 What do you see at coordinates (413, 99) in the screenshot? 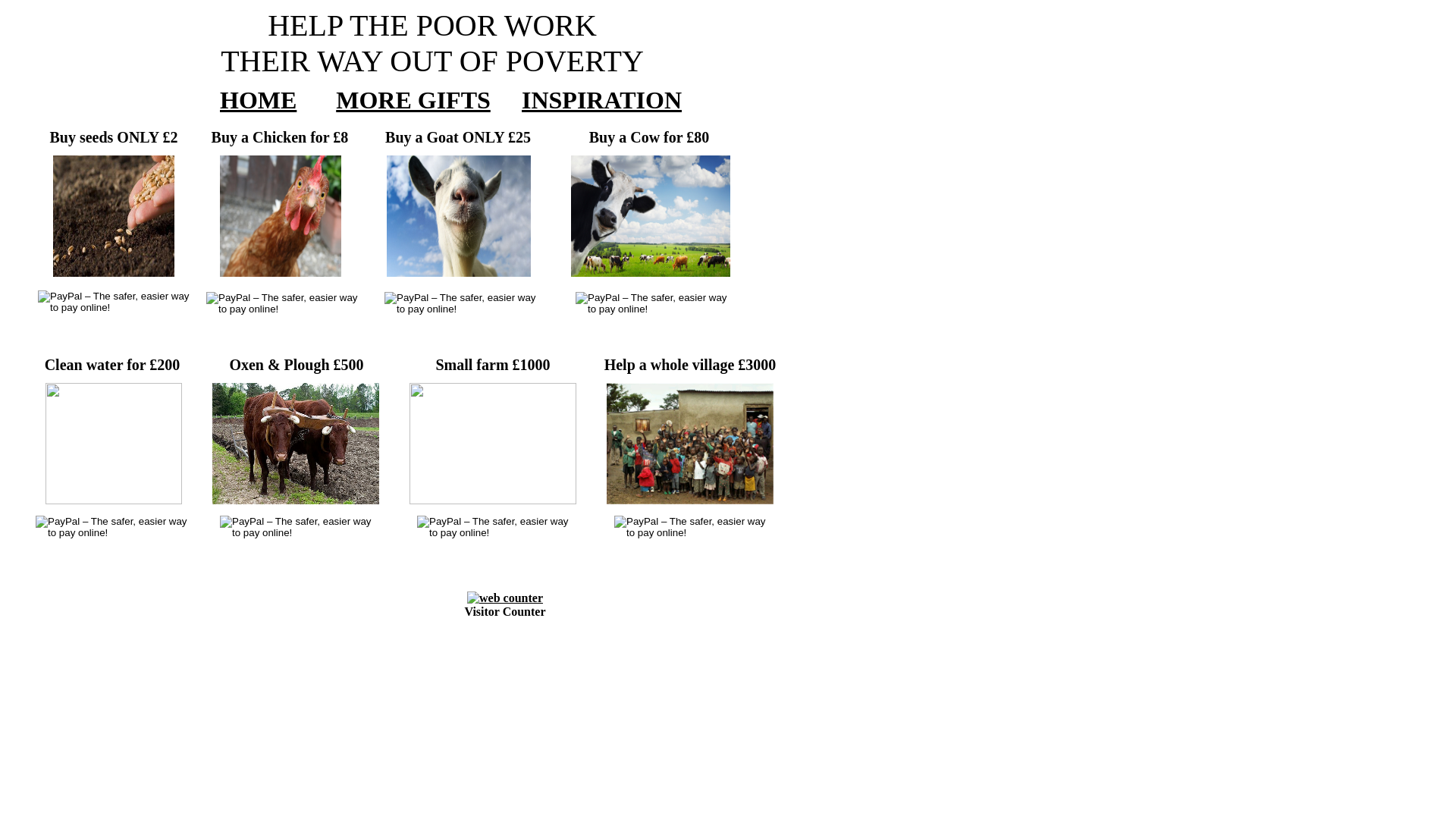
I see `'MORE GIFTS'` at bounding box center [413, 99].